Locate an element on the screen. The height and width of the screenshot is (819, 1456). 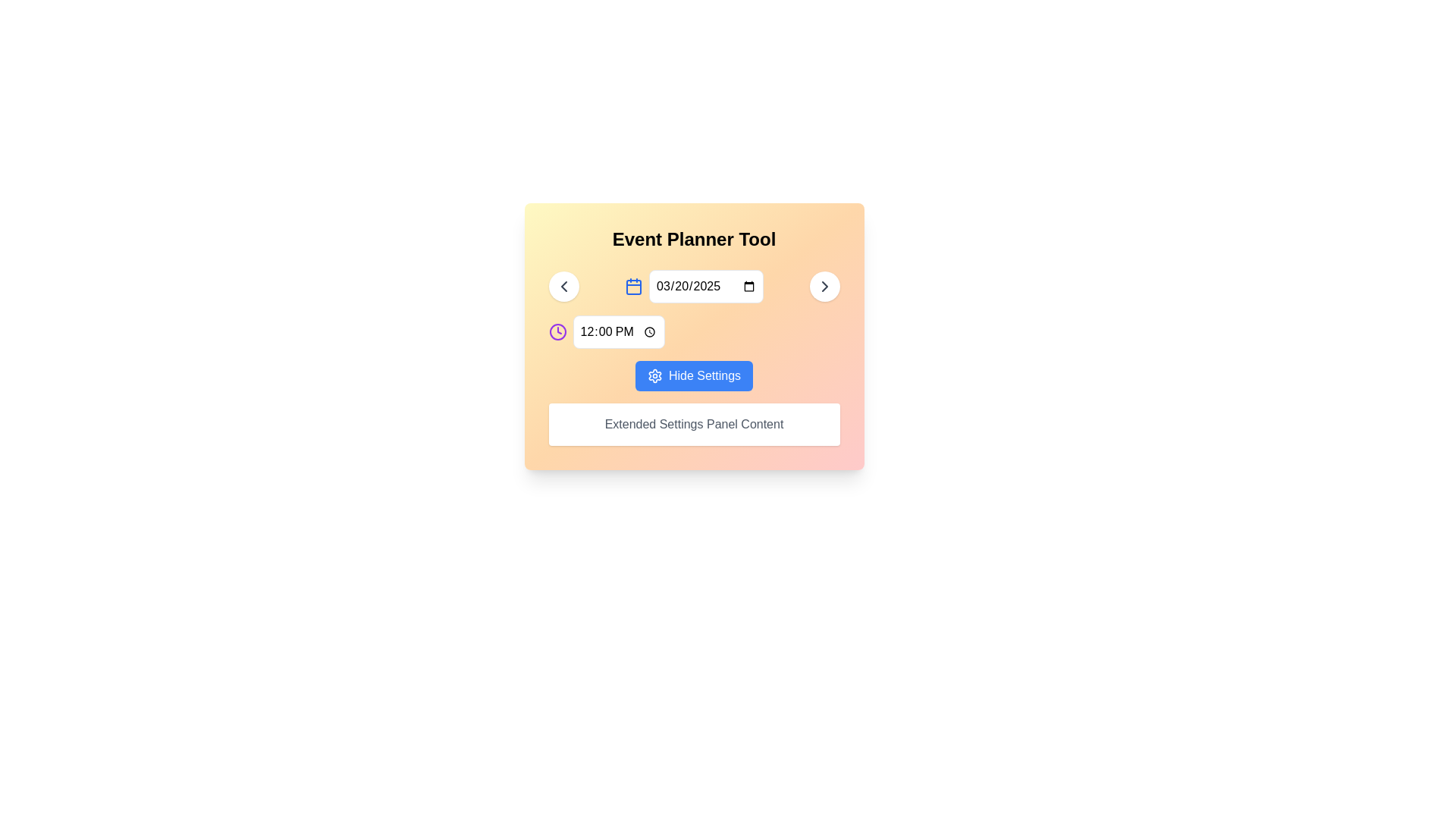
the informational text element that displays 'Extended Settings Panel Content', which is located at the bottom of the panel in the center of the interface, below the blue button labeled 'Hide Settings' is located at coordinates (693, 424).